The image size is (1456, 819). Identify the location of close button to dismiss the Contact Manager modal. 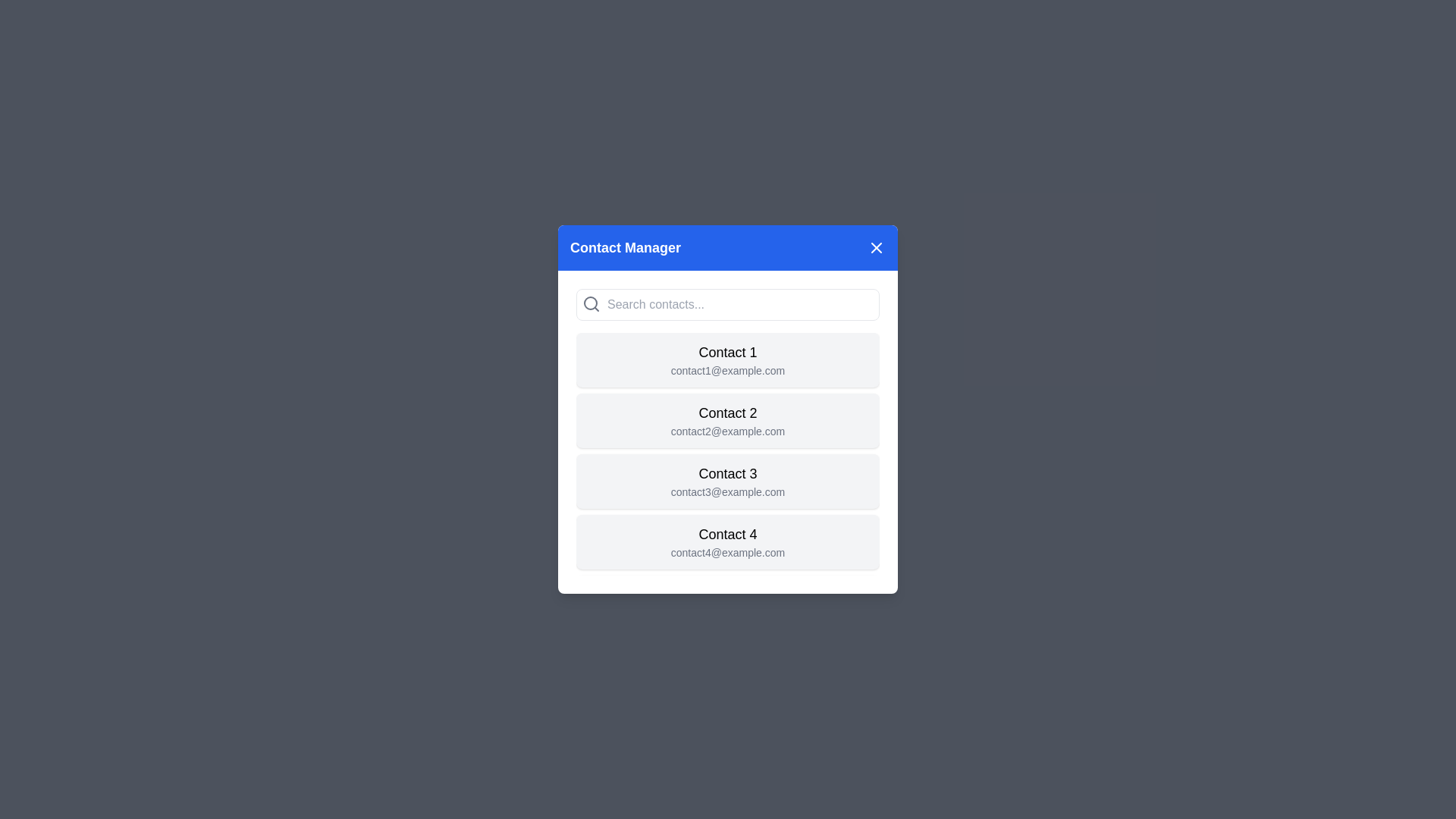
(877, 247).